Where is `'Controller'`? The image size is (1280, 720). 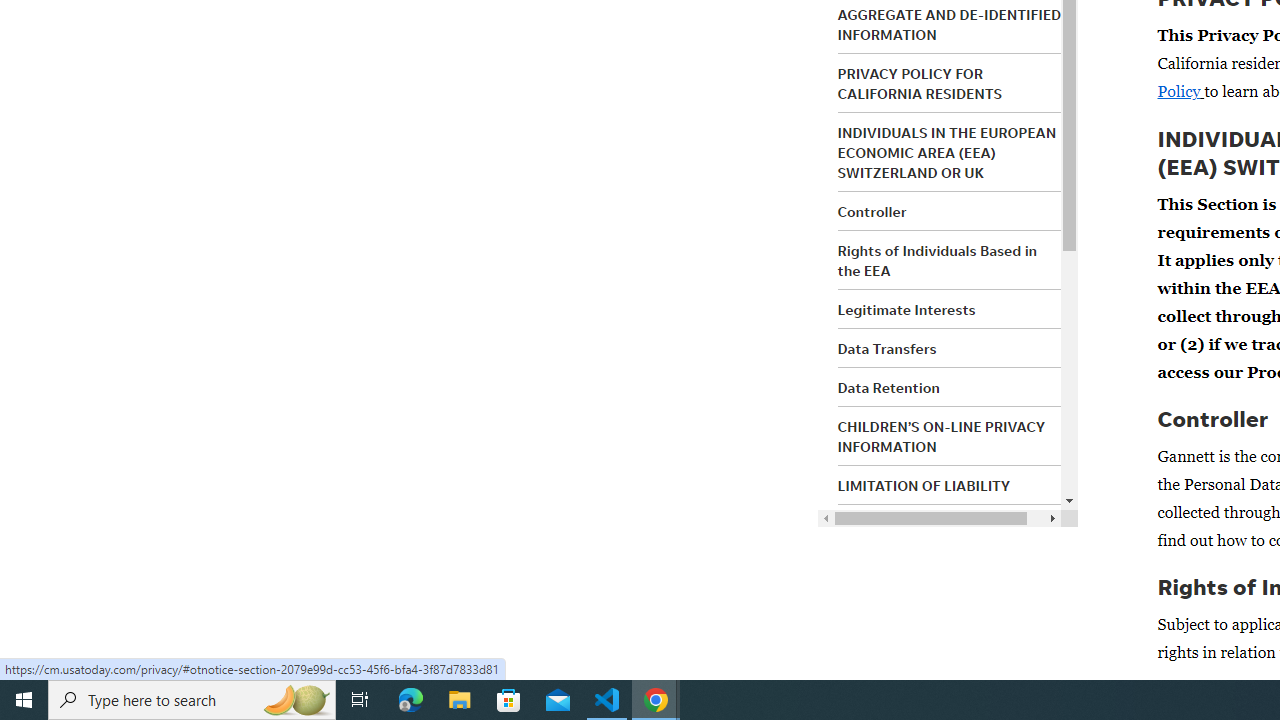 'Controller' is located at coordinates (872, 212).